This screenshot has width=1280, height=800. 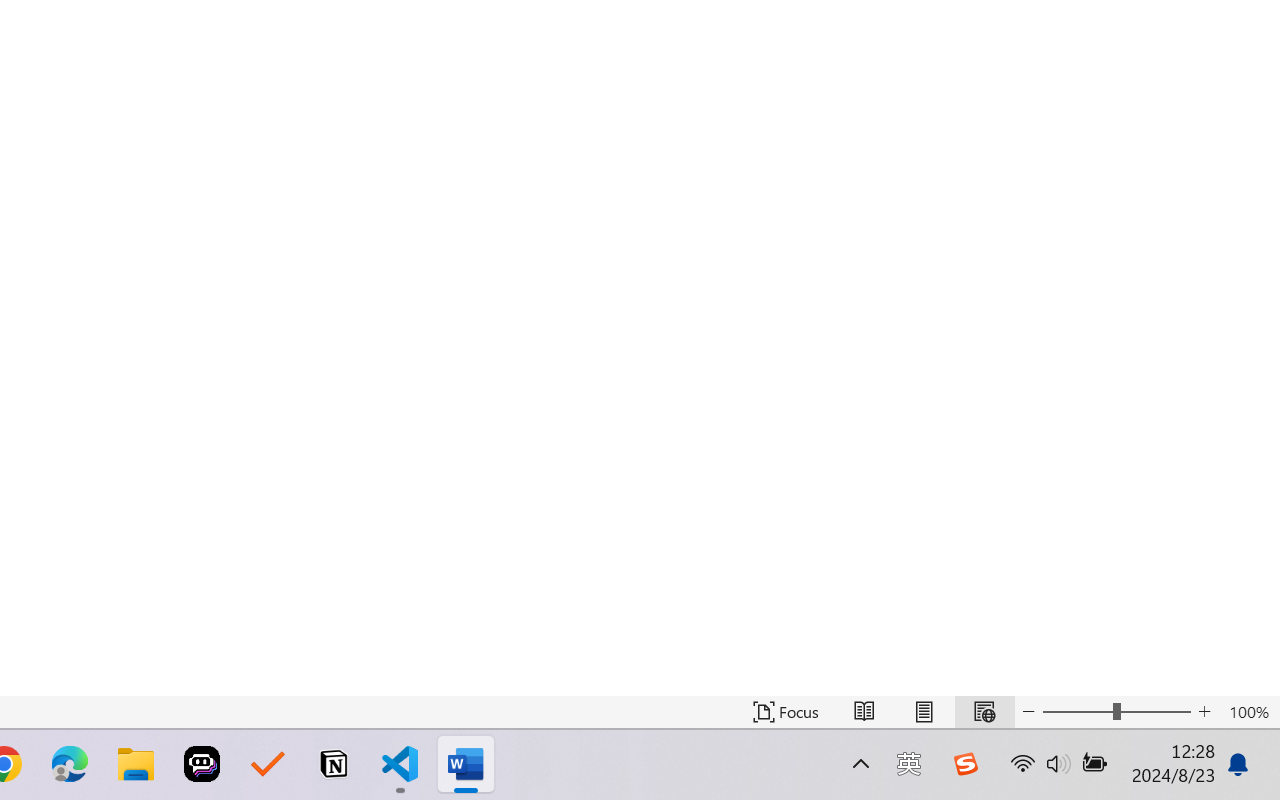 I want to click on 'Zoom 100%', so click(x=1248, y=711).